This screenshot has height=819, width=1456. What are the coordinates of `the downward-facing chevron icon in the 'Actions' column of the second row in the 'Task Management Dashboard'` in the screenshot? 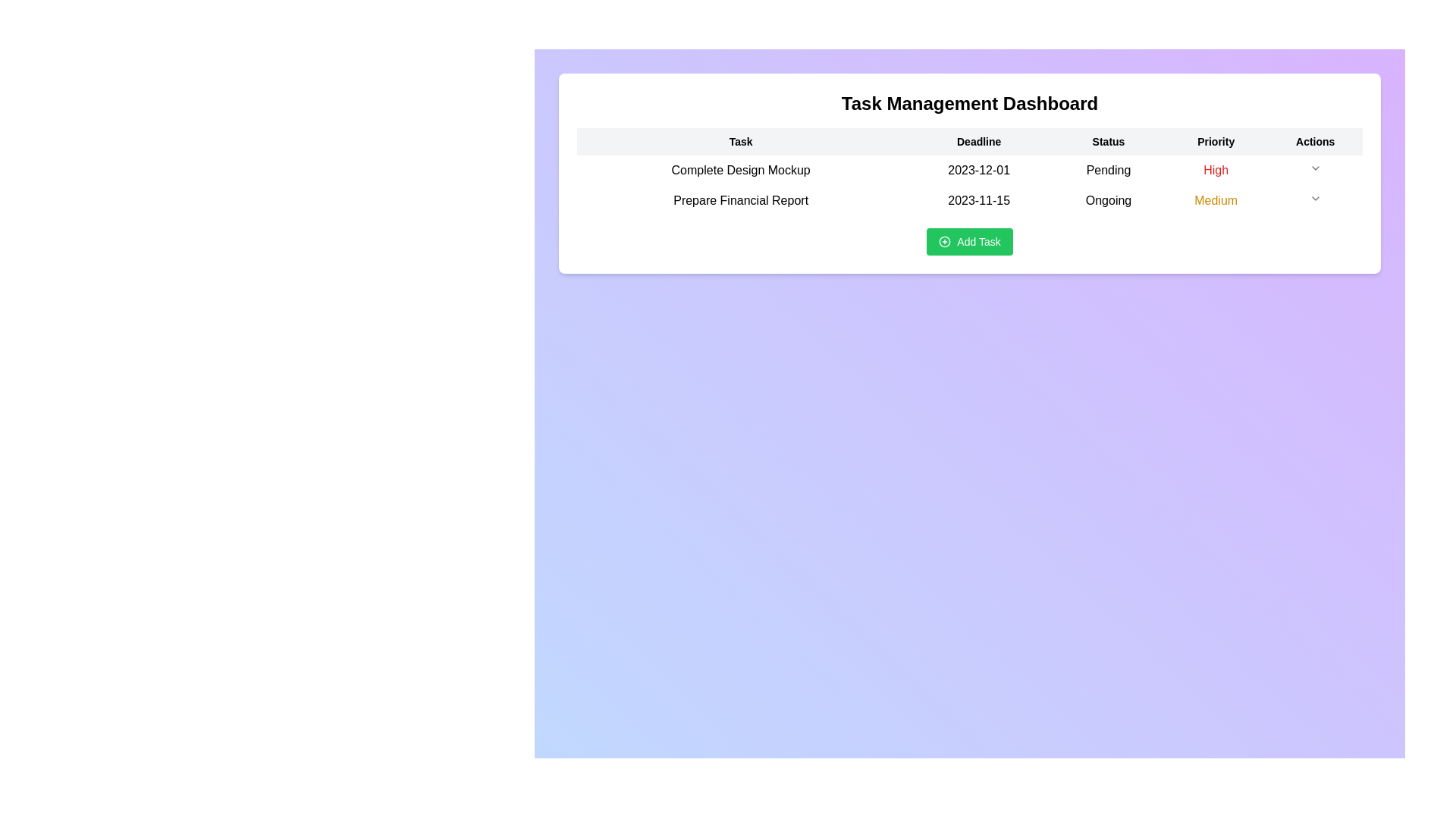 It's located at (1314, 168).